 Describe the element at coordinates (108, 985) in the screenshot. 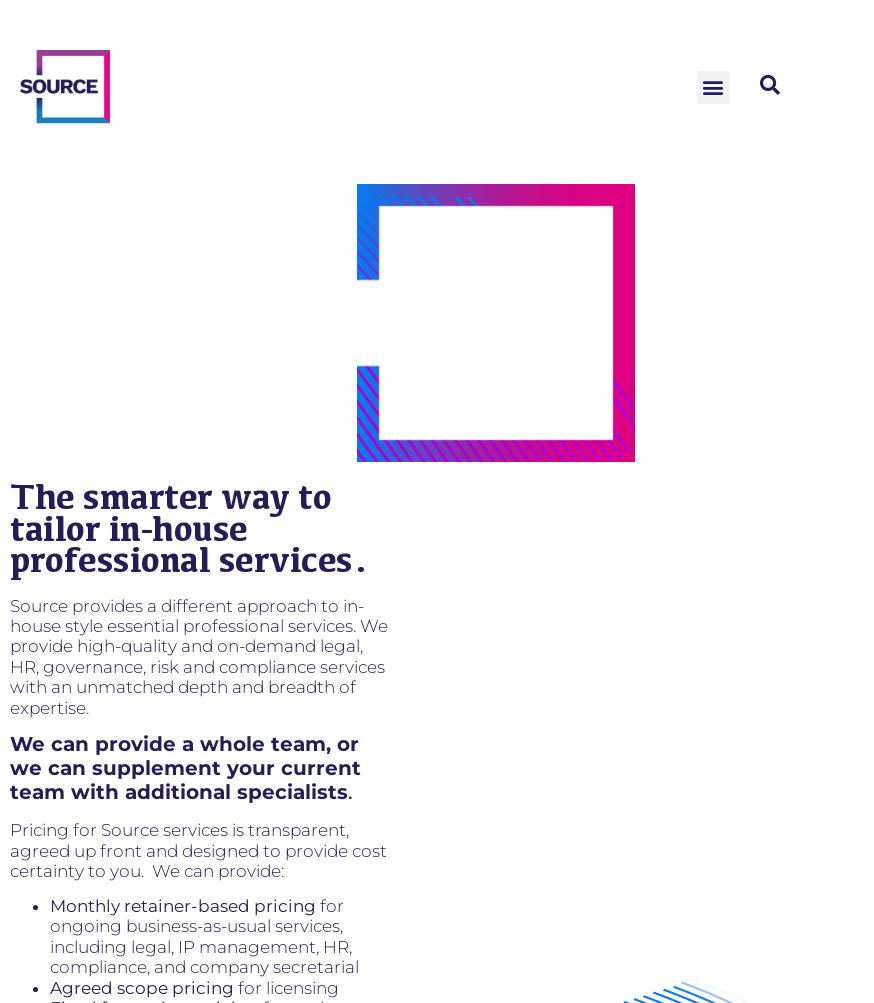

I see `'Agreed scope'` at that location.